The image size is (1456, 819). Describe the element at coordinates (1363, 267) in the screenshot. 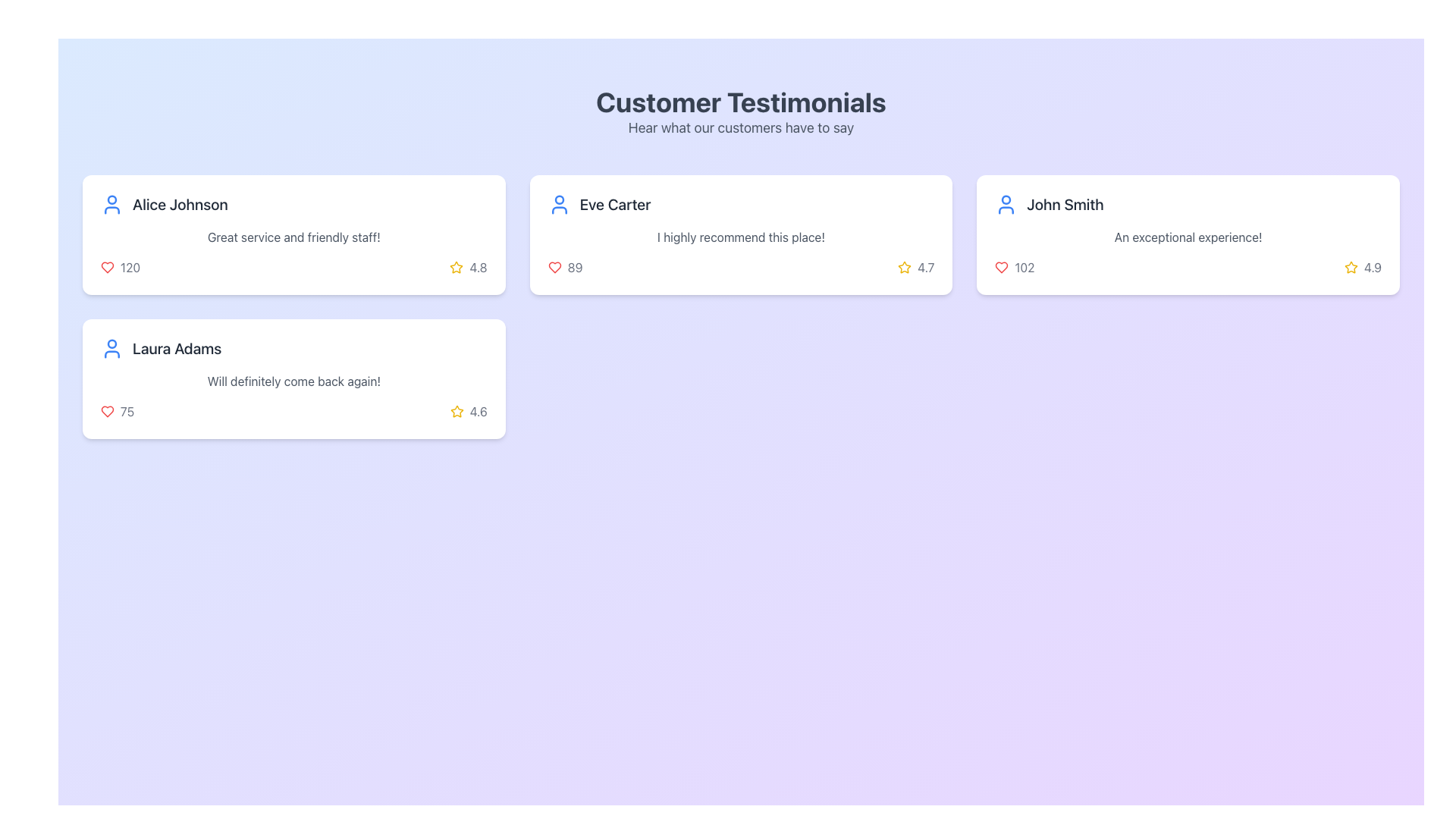

I see `Rating Display element located at the bottom-right corner of the review card by 'John Smith', which is aligned with a heart icon and its numeric value, for its styling properties` at that location.